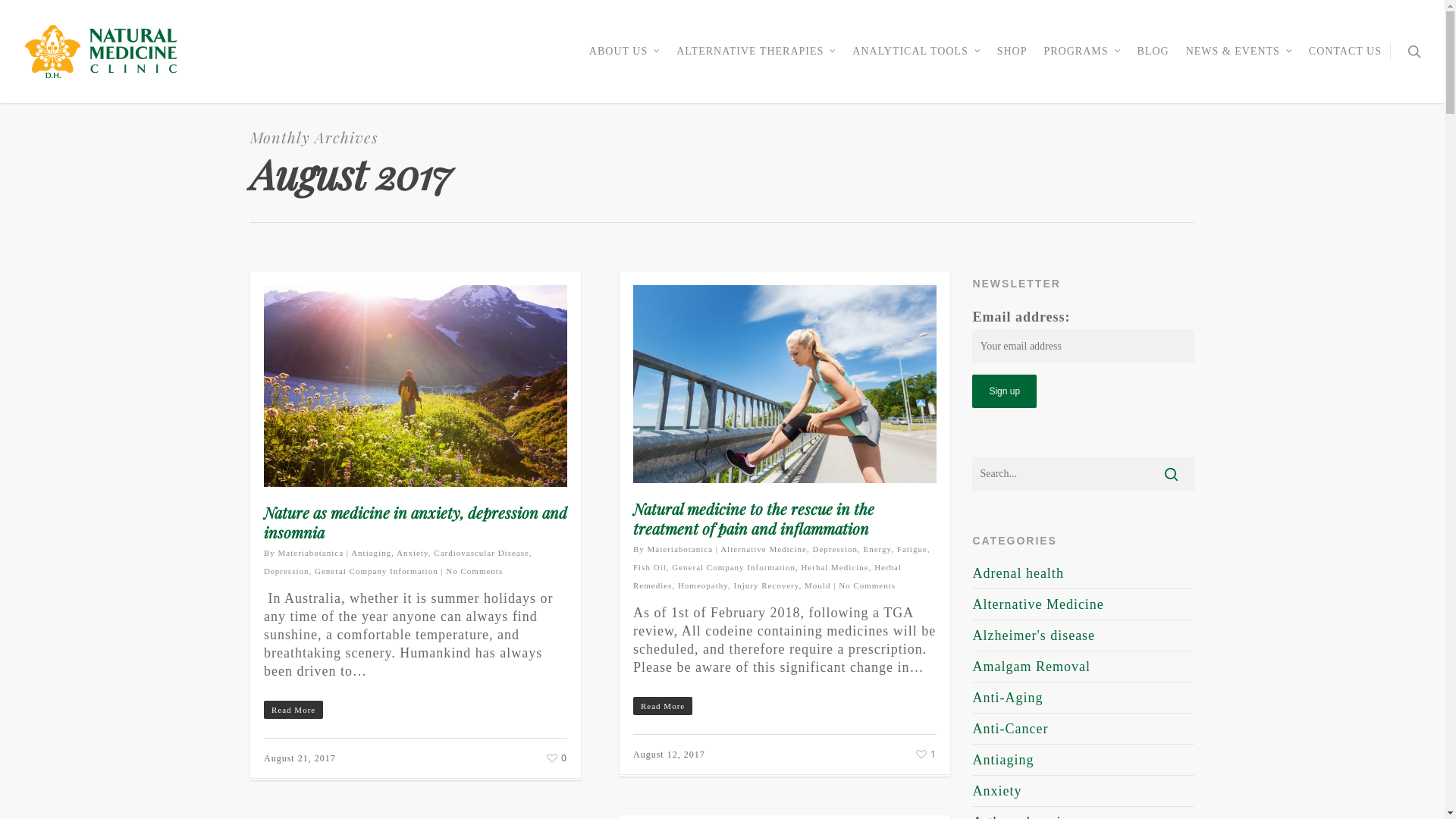 The height and width of the screenshot is (819, 1456). I want to click on 'Homeopathy', so click(676, 584).